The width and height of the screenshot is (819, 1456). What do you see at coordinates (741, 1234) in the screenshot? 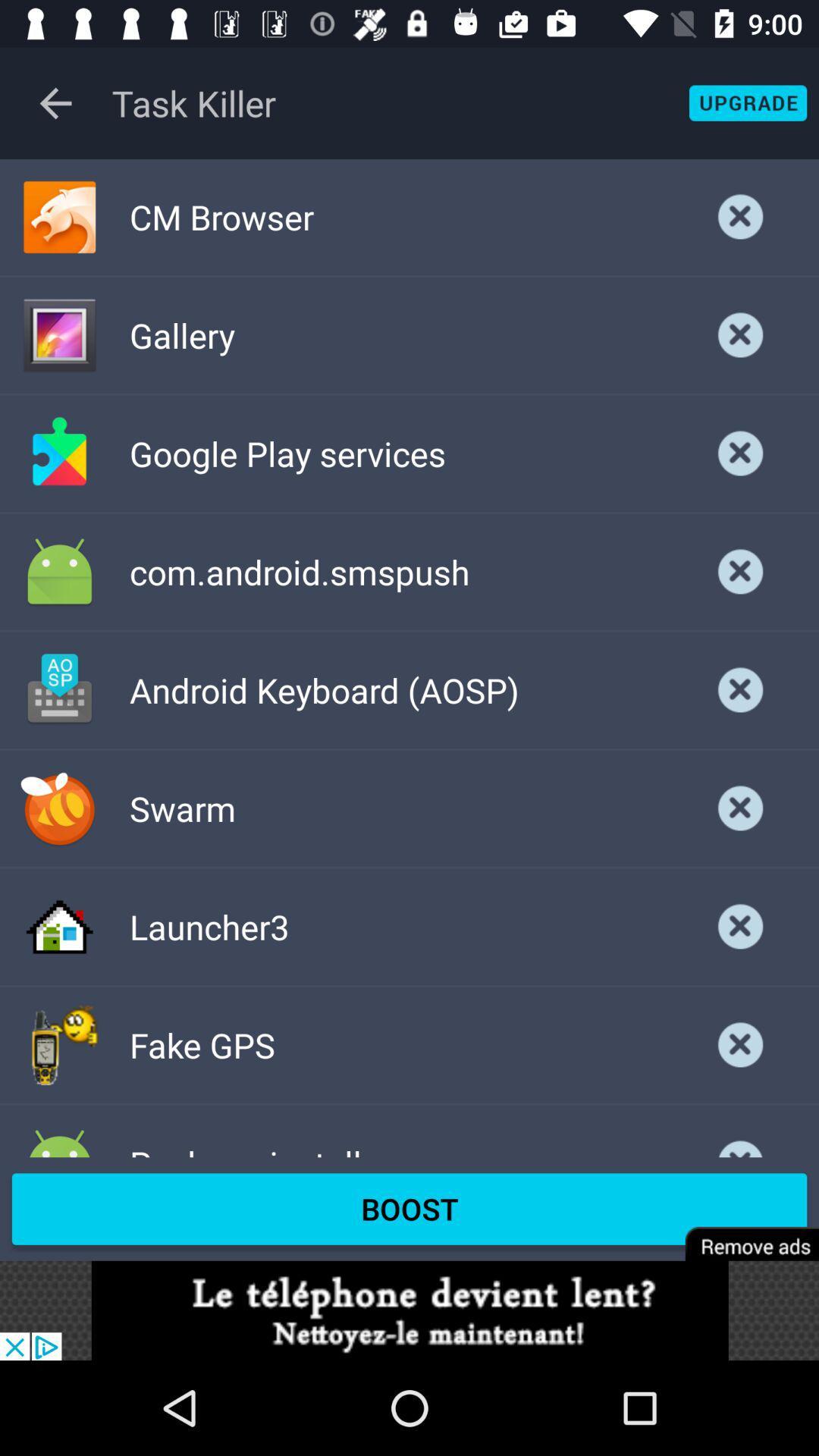
I see `remove page` at bounding box center [741, 1234].